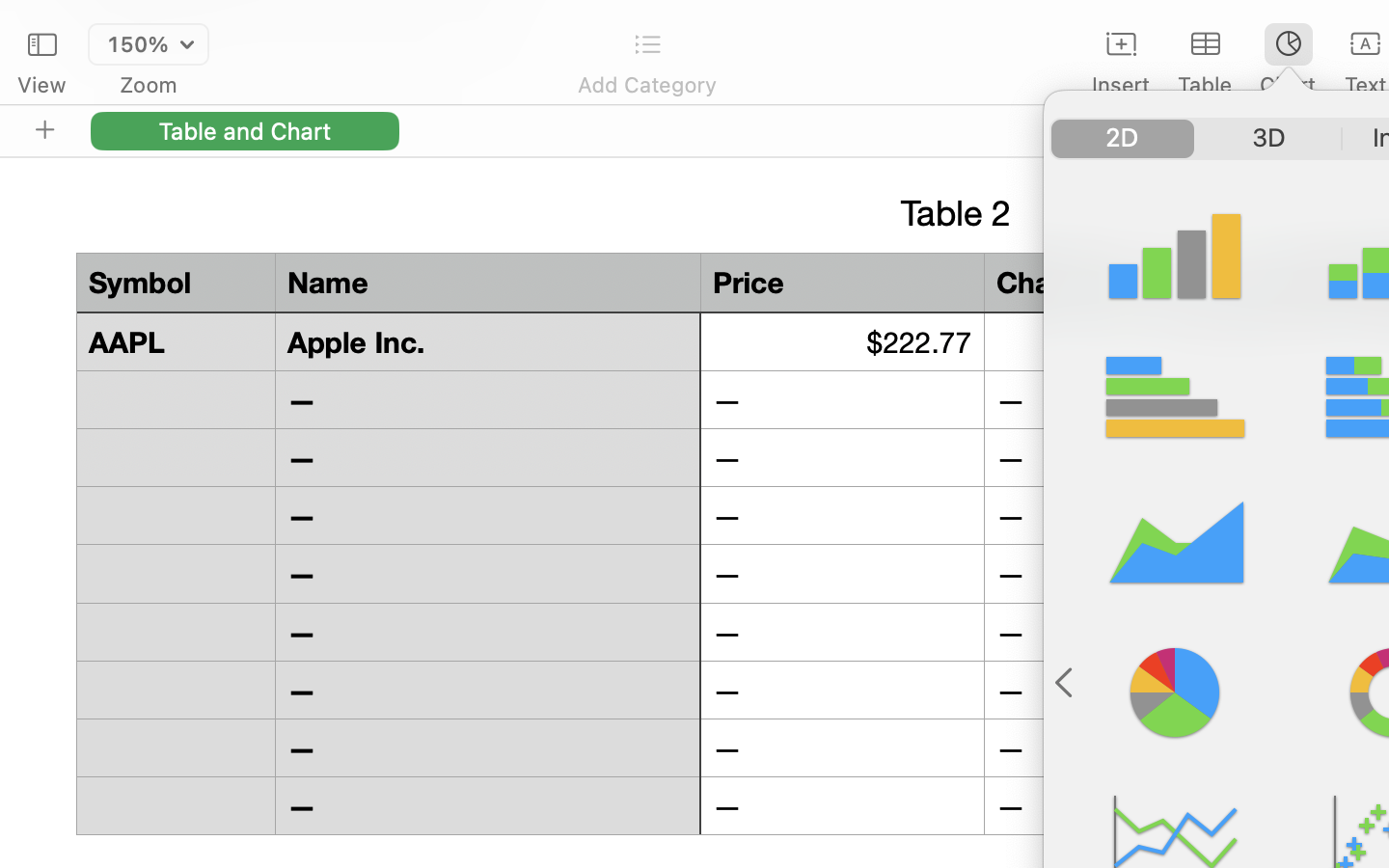 The width and height of the screenshot is (1389, 868). I want to click on 'Insert', so click(1120, 84).